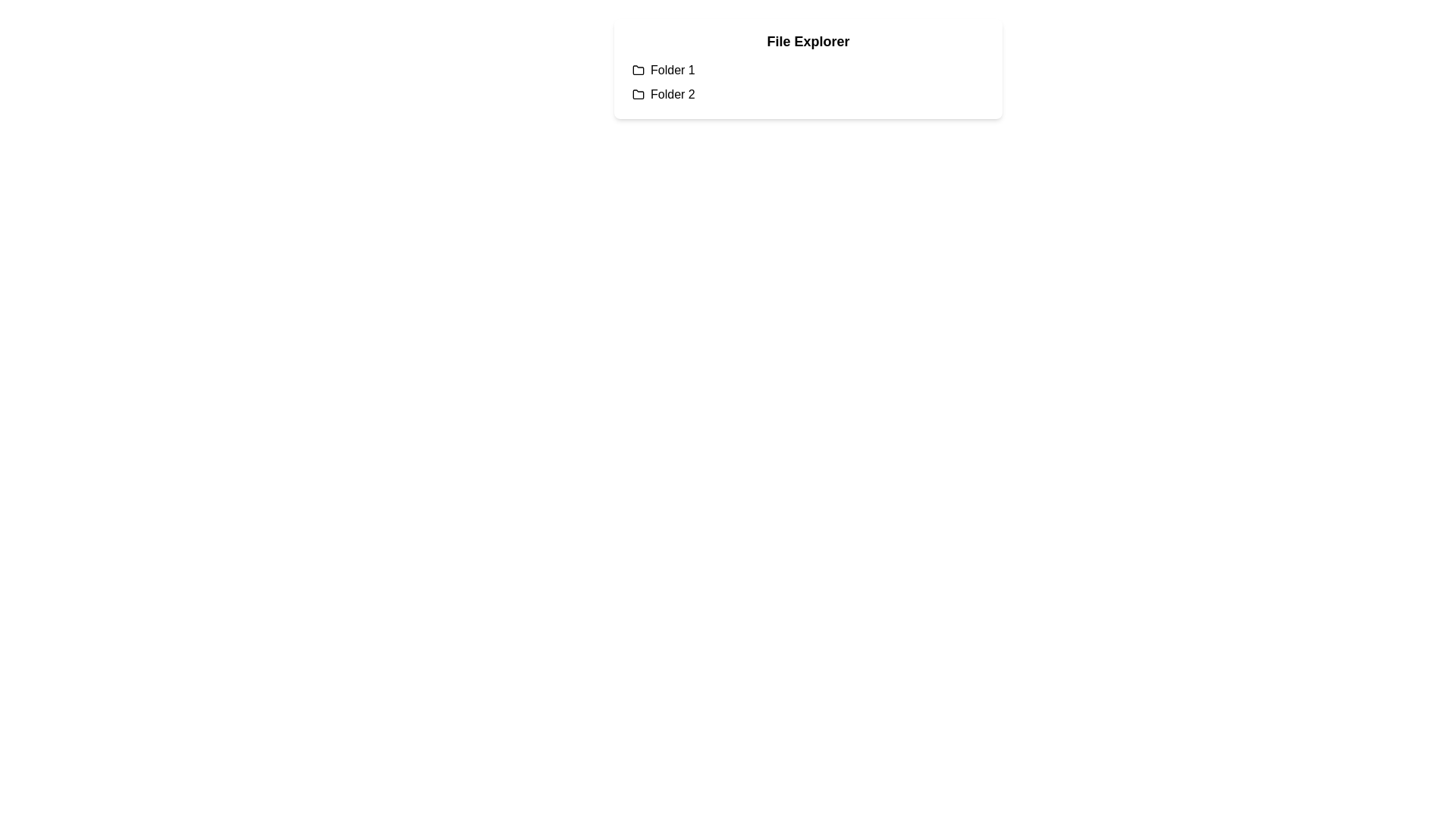  I want to click on the text label representing the folder in the vertical list under the 'File Explorer' heading, which is aligned with a folder icon to its left, so click(672, 94).